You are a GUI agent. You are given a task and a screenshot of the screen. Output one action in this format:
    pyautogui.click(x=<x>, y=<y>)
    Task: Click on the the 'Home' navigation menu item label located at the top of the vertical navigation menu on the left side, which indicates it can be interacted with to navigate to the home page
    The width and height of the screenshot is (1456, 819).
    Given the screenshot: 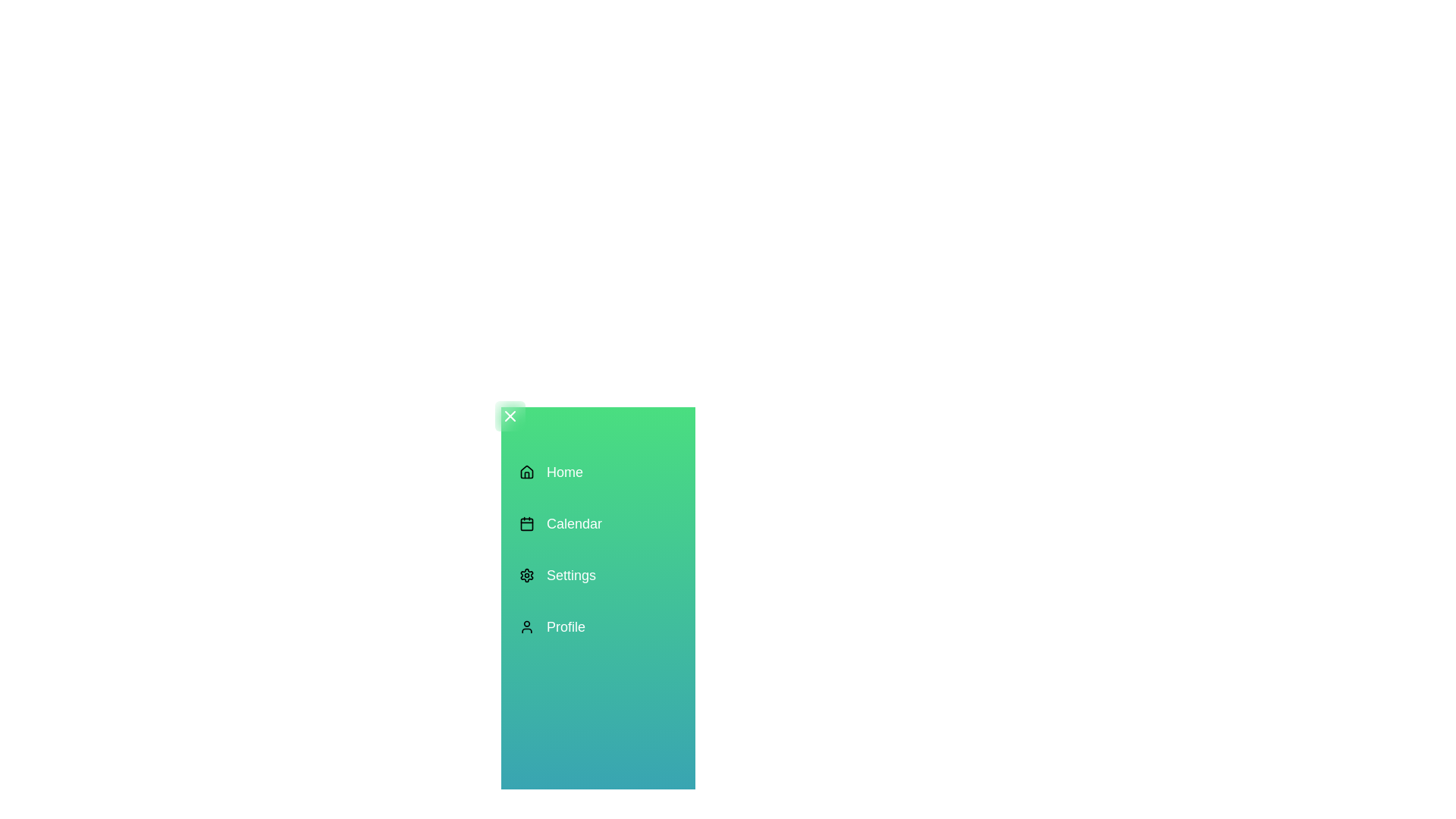 What is the action you would take?
    pyautogui.click(x=563, y=472)
    